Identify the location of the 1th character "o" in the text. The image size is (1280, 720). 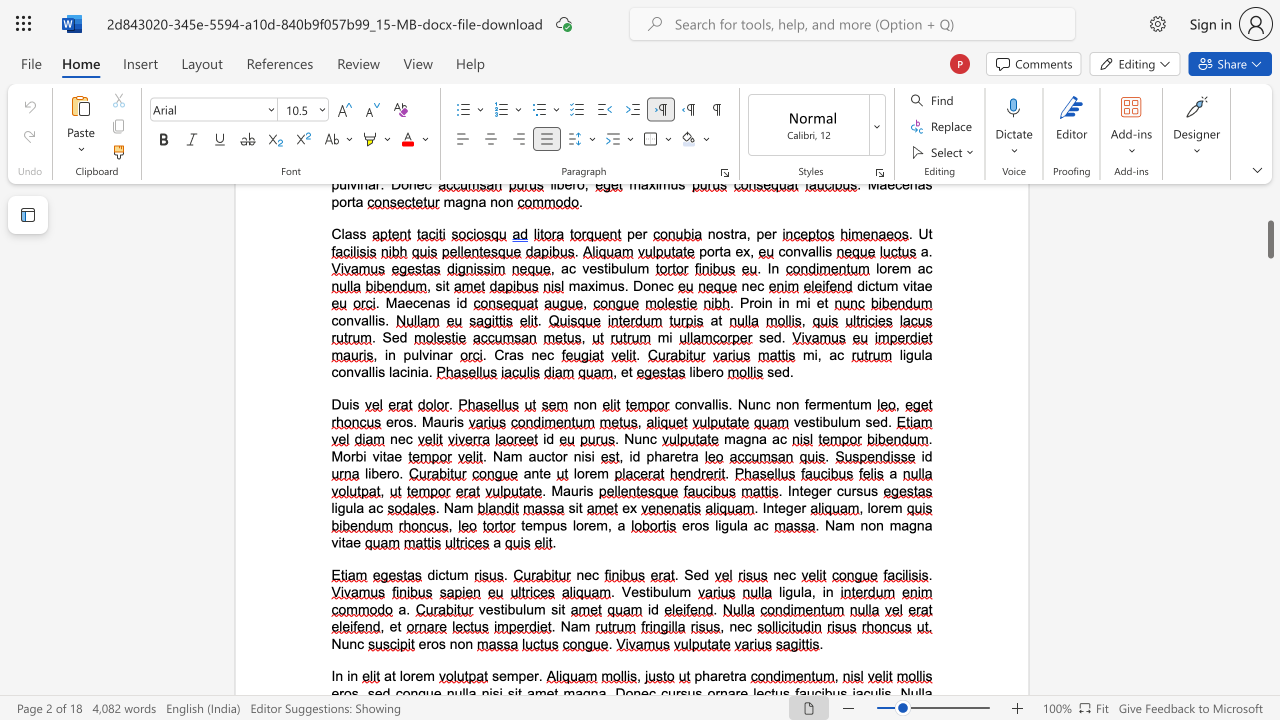
(405, 675).